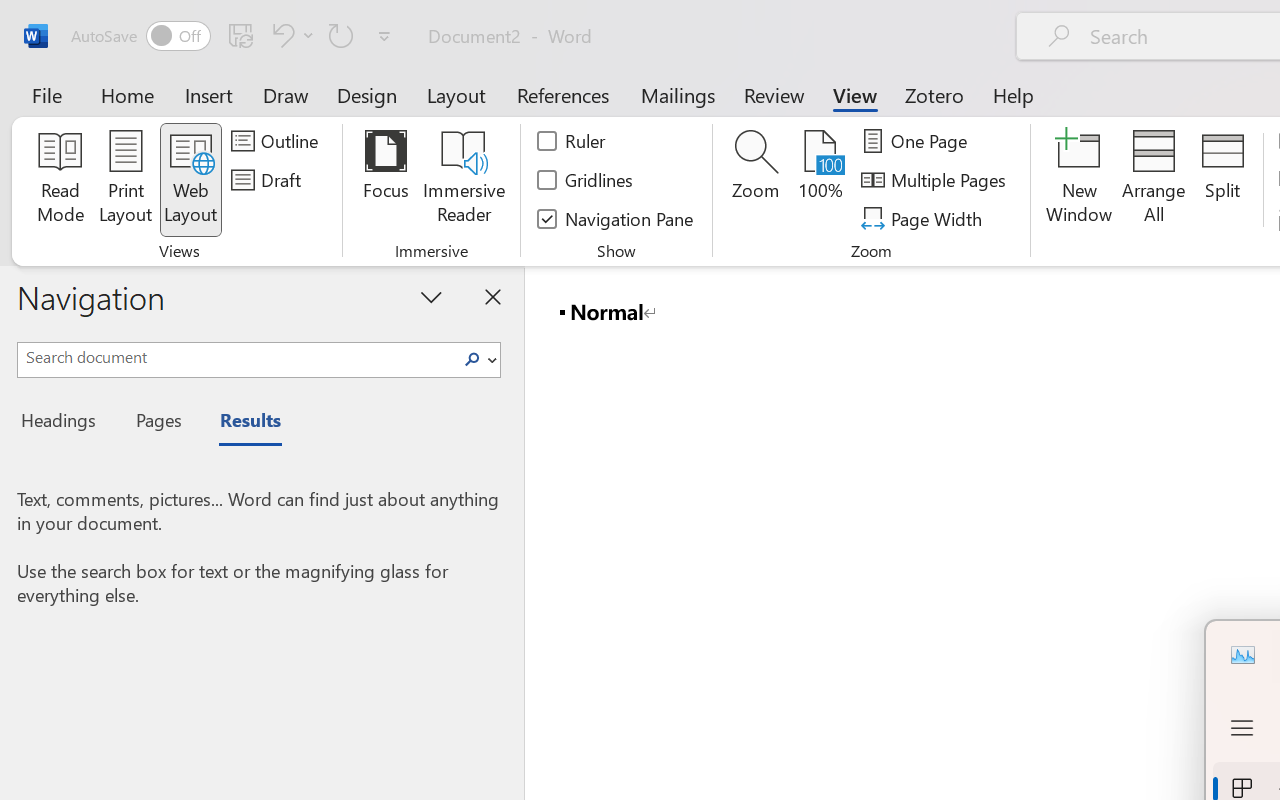 This screenshot has height=800, width=1280. What do you see at coordinates (431, 296) in the screenshot?
I see `'Task Pane Options'` at bounding box center [431, 296].